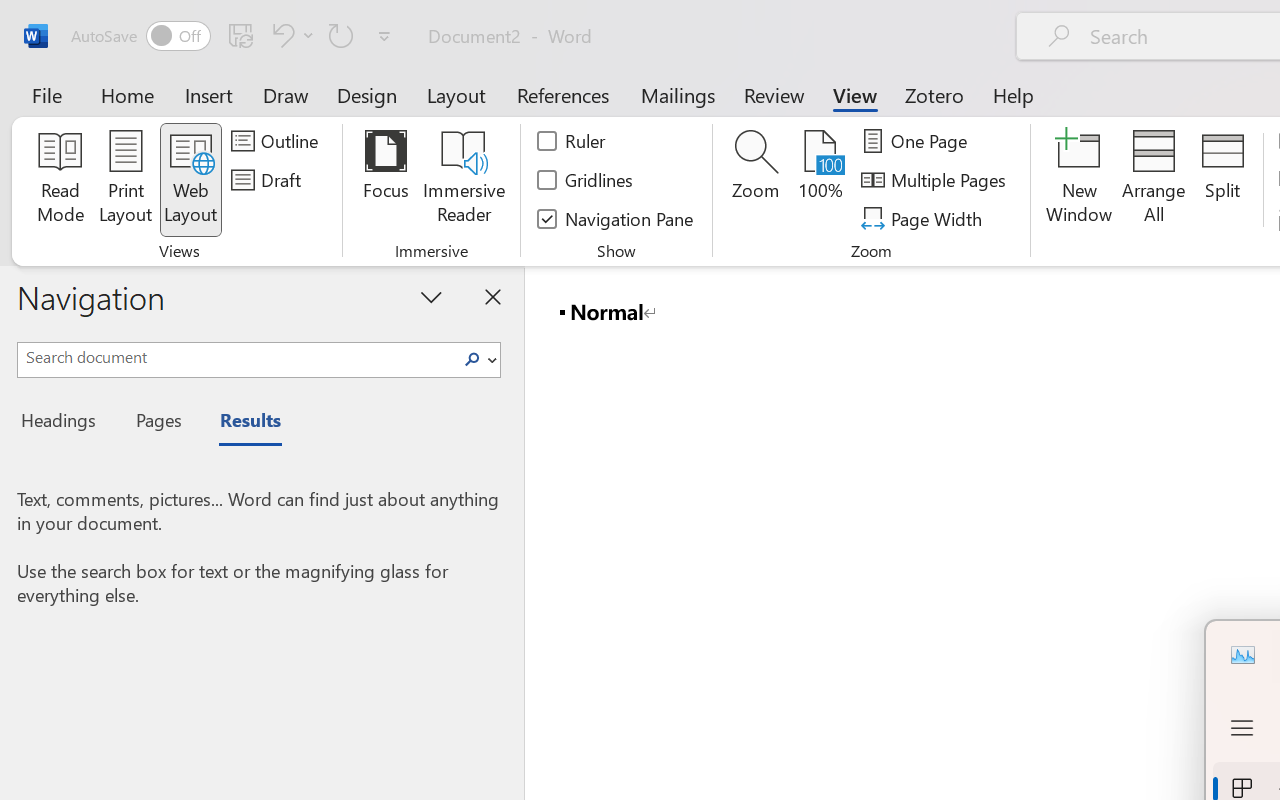 This screenshot has height=800, width=1280. What do you see at coordinates (431, 296) in the screenshot?
I see `'Task Pane Options'` at bounding box center [431, 296].